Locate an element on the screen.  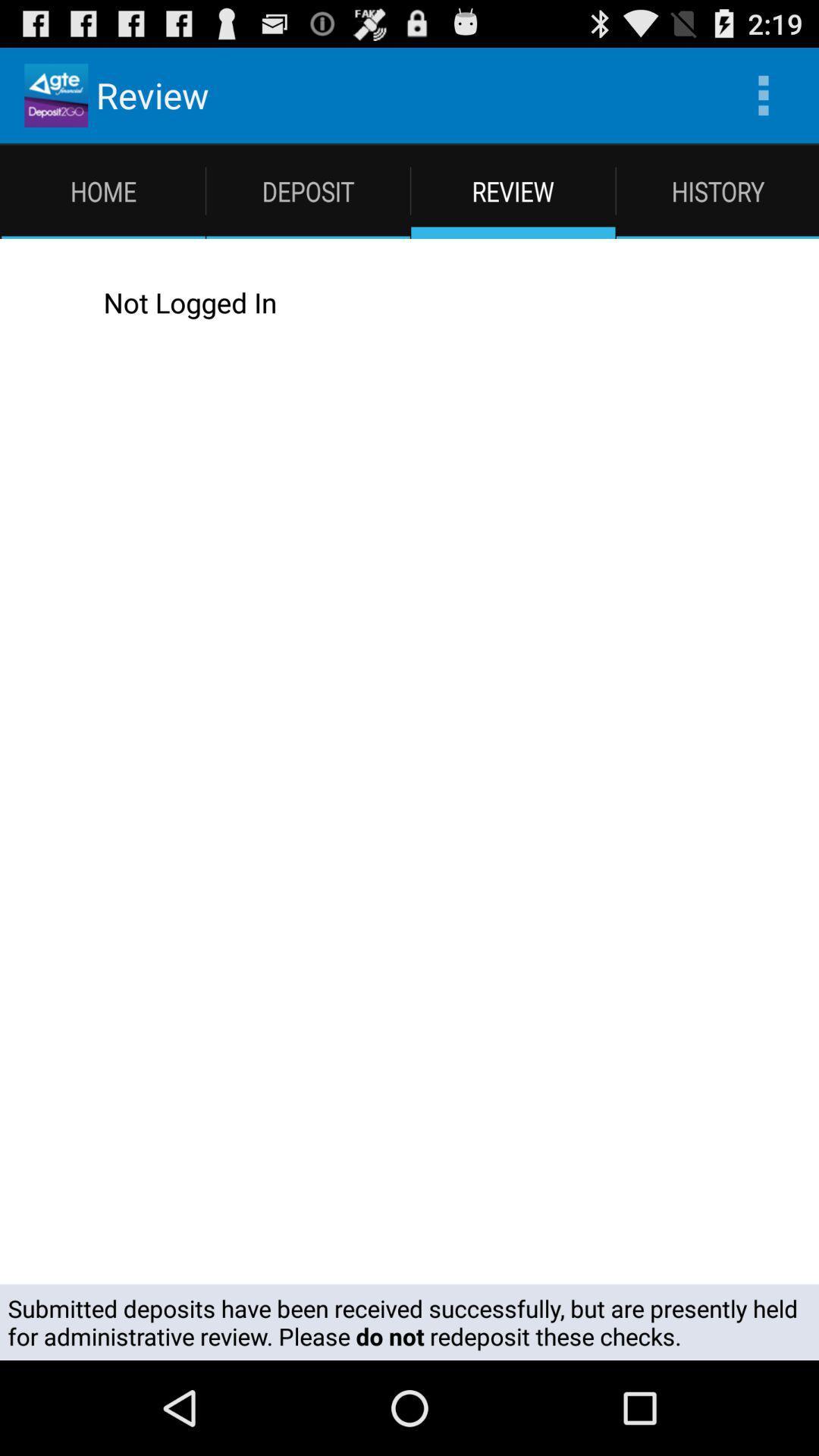
icon to the left of not logged in icon is located at coordinates (41, 302).